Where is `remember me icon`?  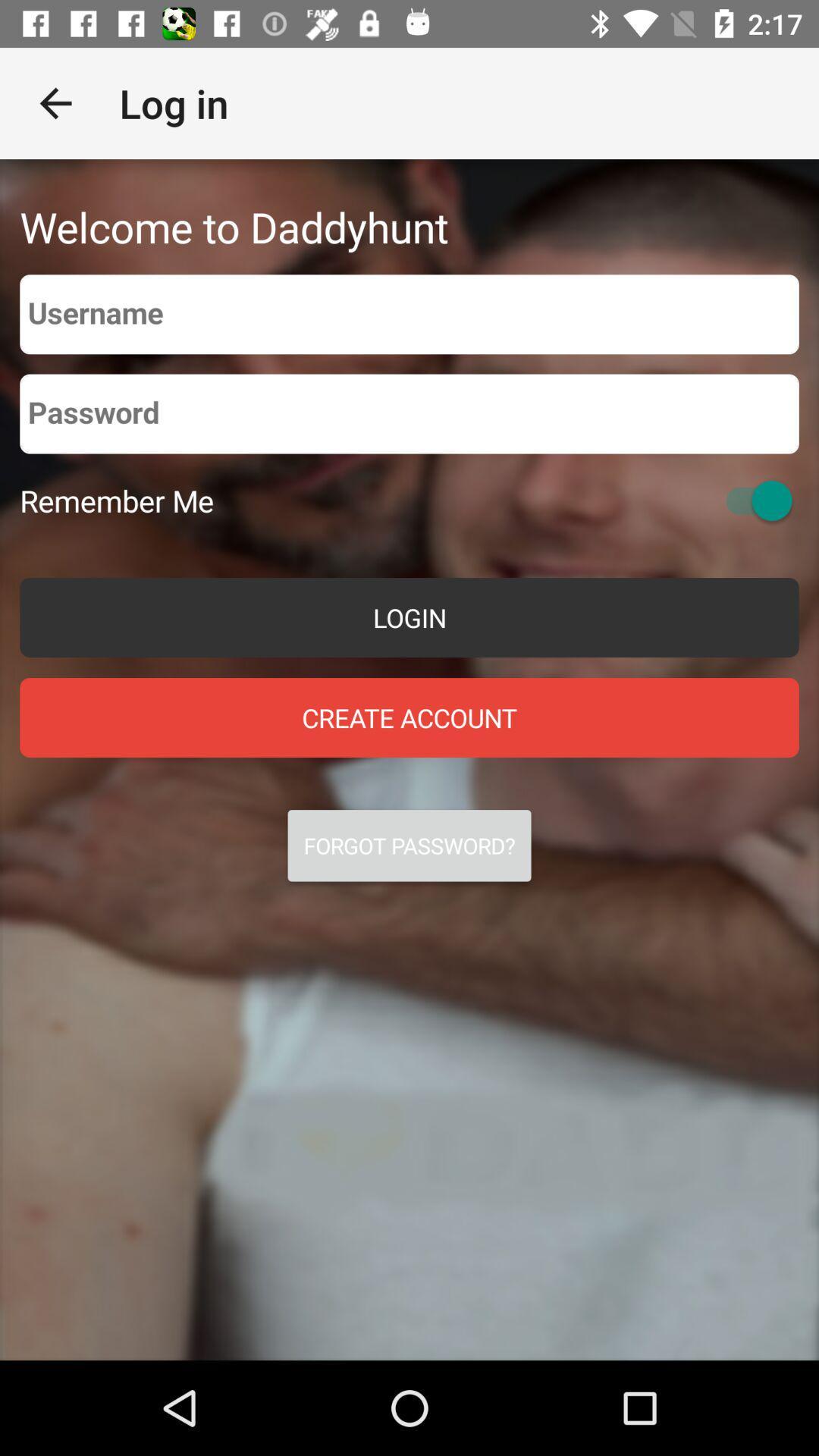
remember me icon is located at coordinates (116, 500).